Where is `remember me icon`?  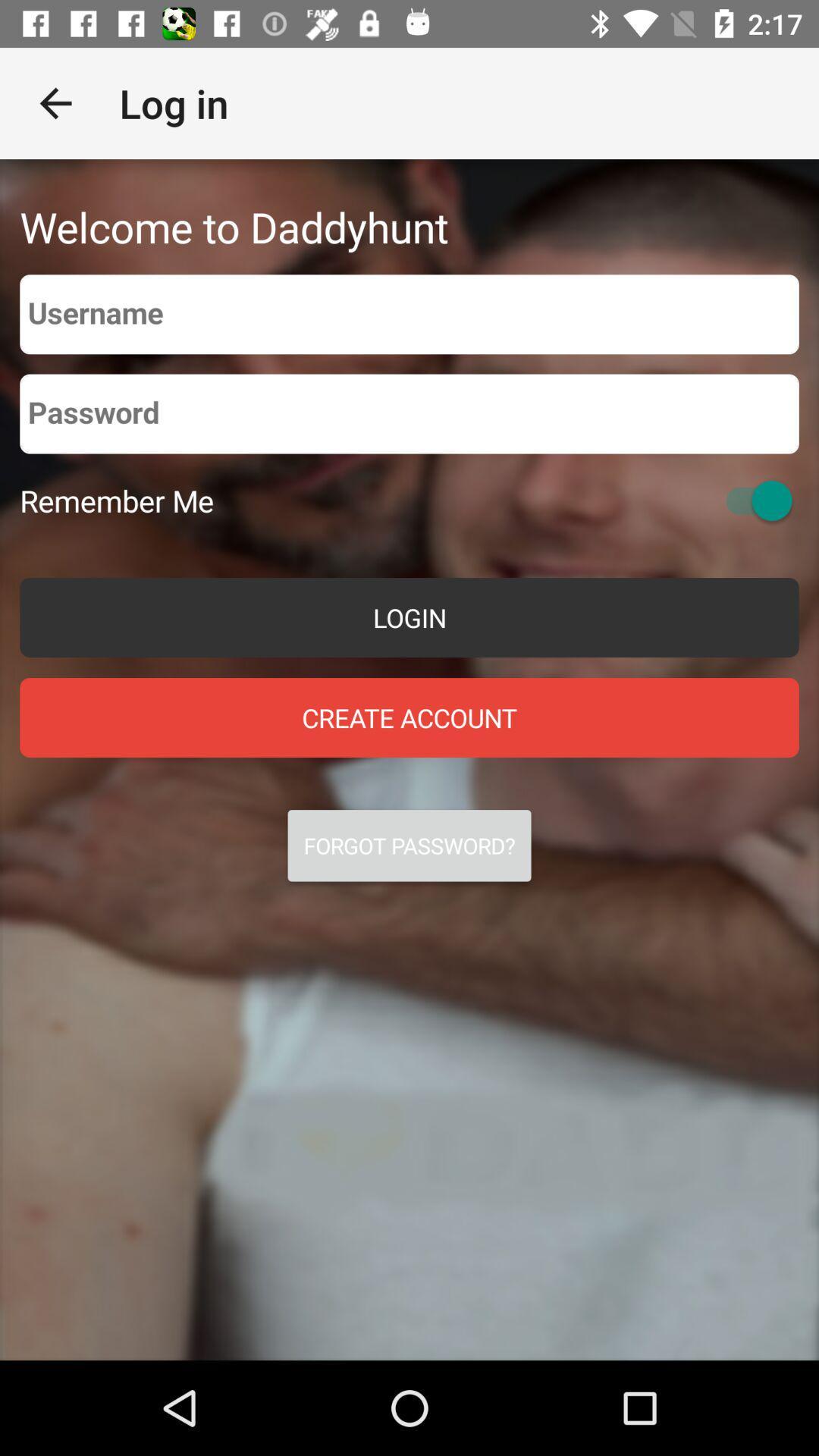
remember me icon is located at coordinates (116, 500).